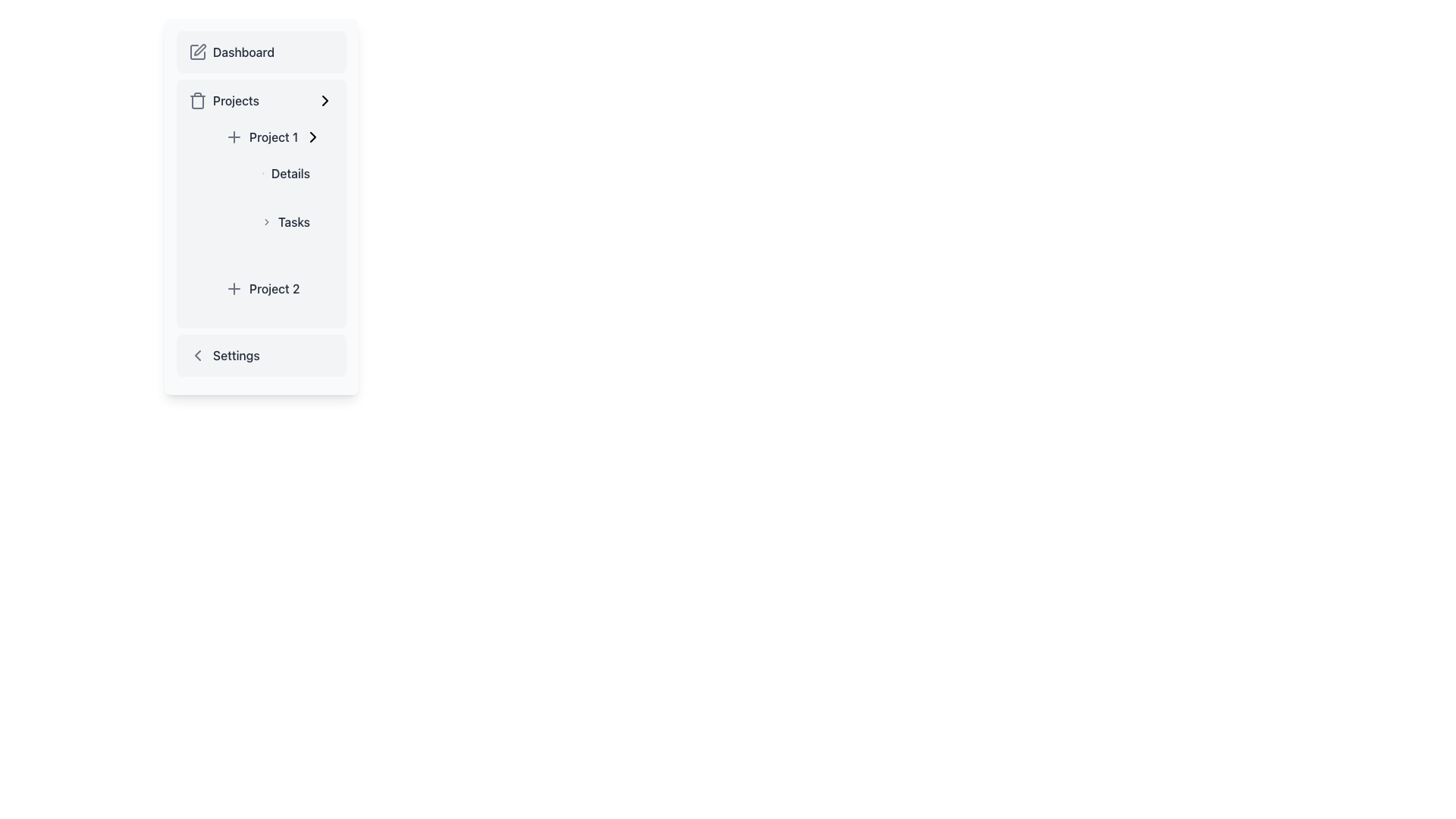  What do you see at coordinates (196, 52) in the screenshot?
I see `the square-shaped icon with a pen overlay, located near the top-left of the interface, next to the 'Dashboard' text label` at bounding box center [196, 52].